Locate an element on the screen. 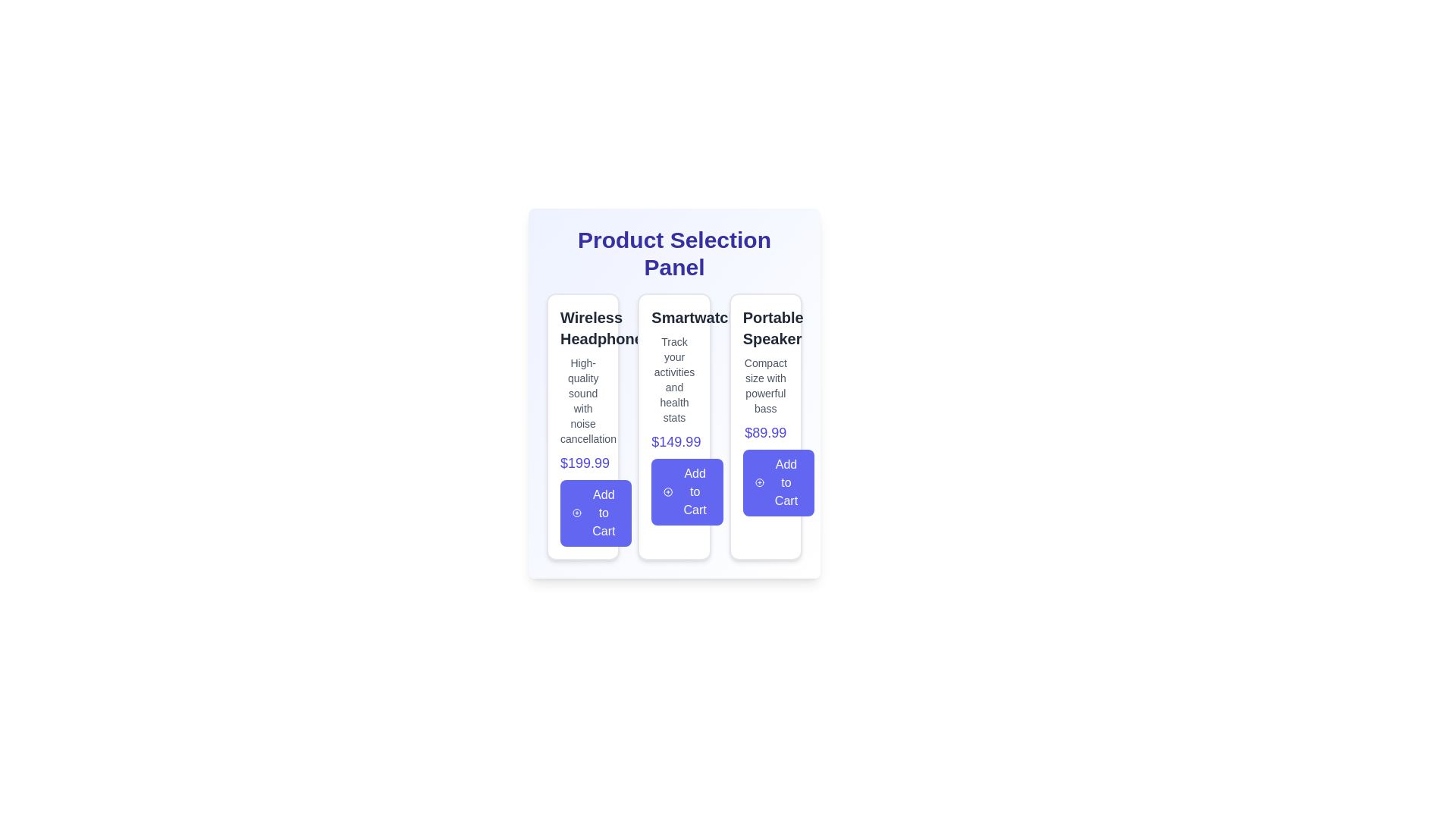 The image size is (1456, 819). the price text label '$149.99' displayed in indigo font, located in the second product card for 'Smartwatch' is located at coordinates (673, 441).